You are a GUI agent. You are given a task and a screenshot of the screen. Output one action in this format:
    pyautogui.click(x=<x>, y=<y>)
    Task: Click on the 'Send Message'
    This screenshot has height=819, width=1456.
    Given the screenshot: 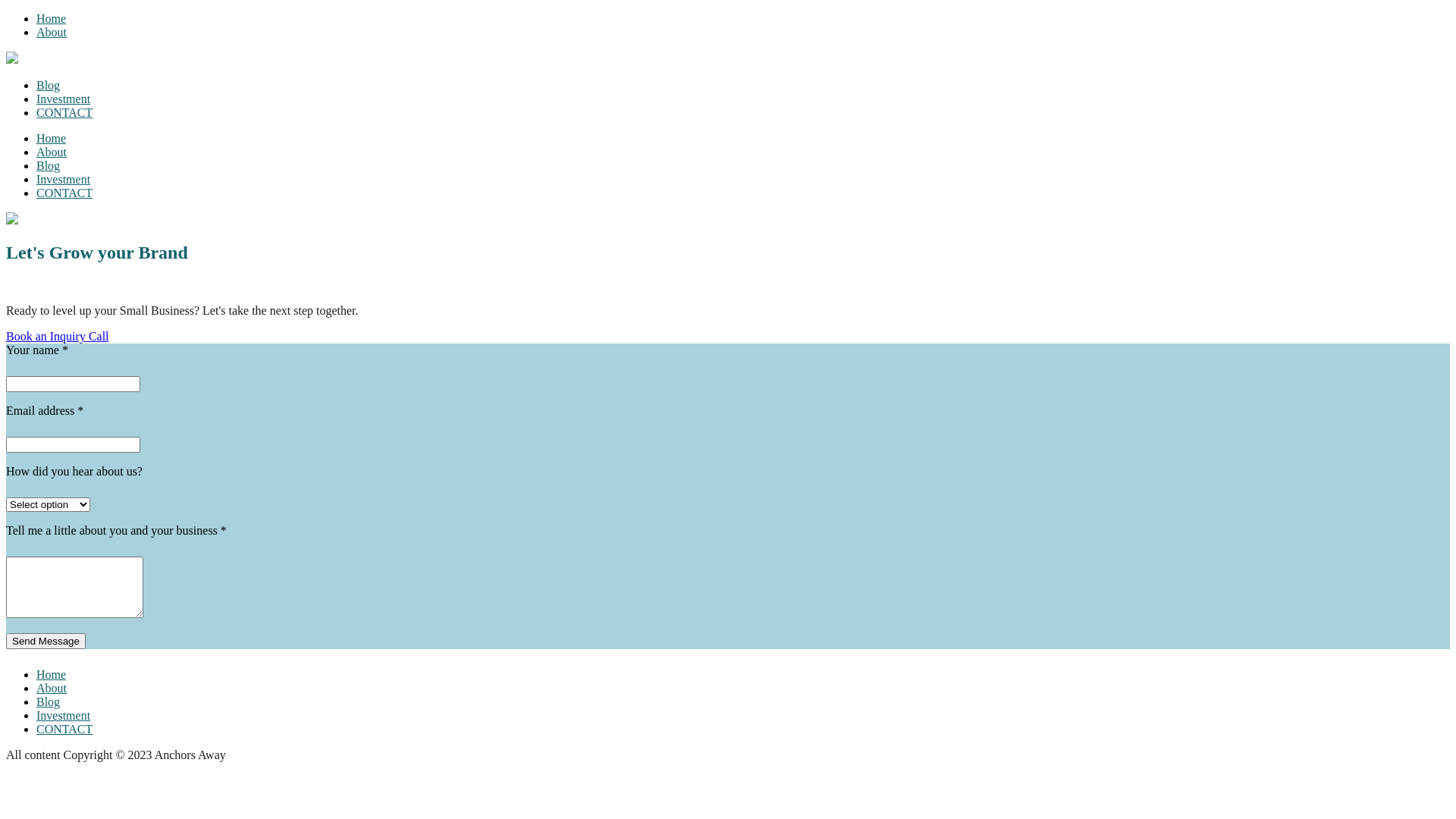 What is the action you would take?
    pyautogui.click(x=45, y=641)
    